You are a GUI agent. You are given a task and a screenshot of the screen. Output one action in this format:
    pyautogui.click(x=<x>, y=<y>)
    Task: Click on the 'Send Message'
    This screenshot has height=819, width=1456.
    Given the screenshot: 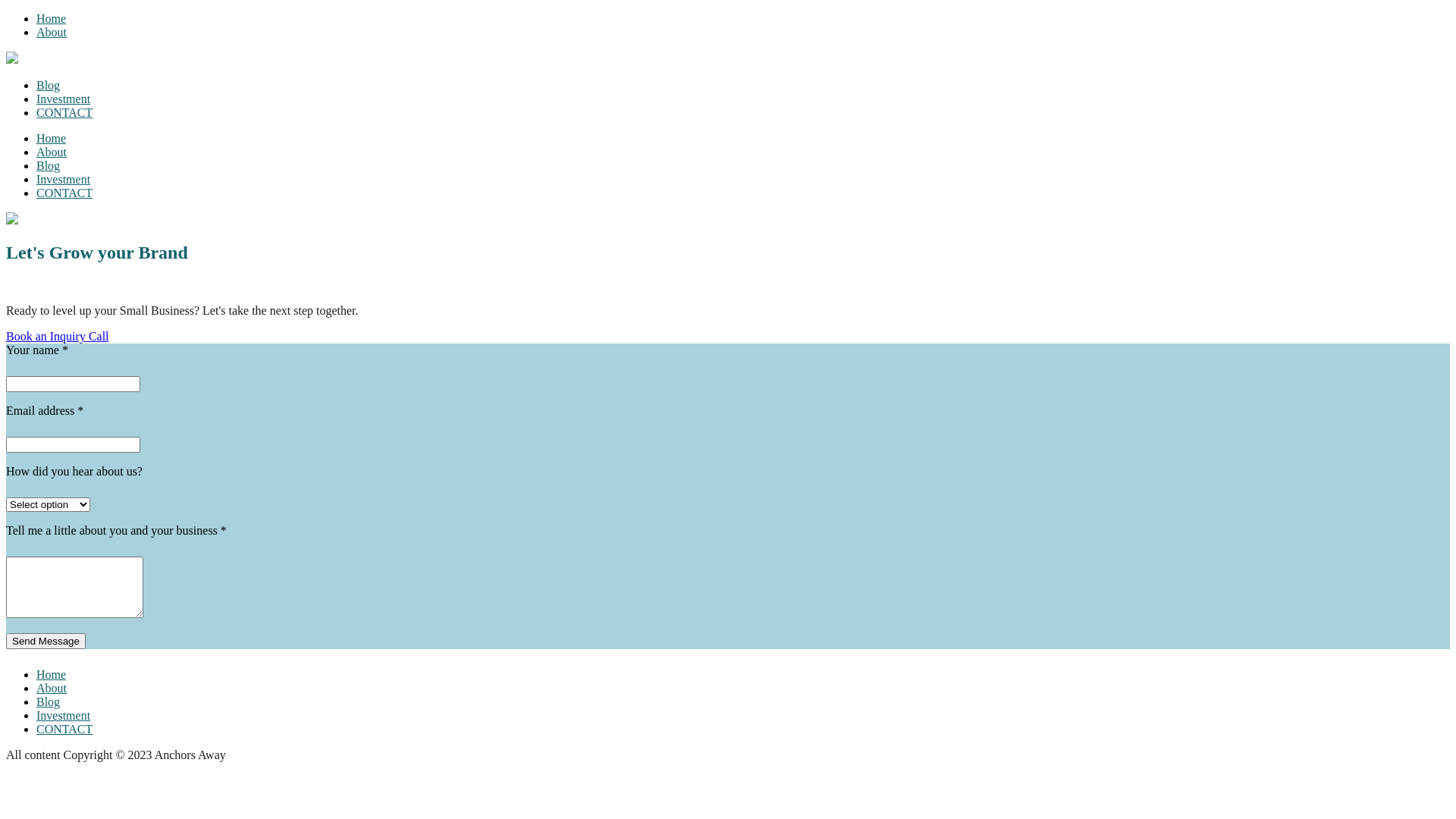 What is the action you would take?
    pyautogui.click(x=45, y=641)
    